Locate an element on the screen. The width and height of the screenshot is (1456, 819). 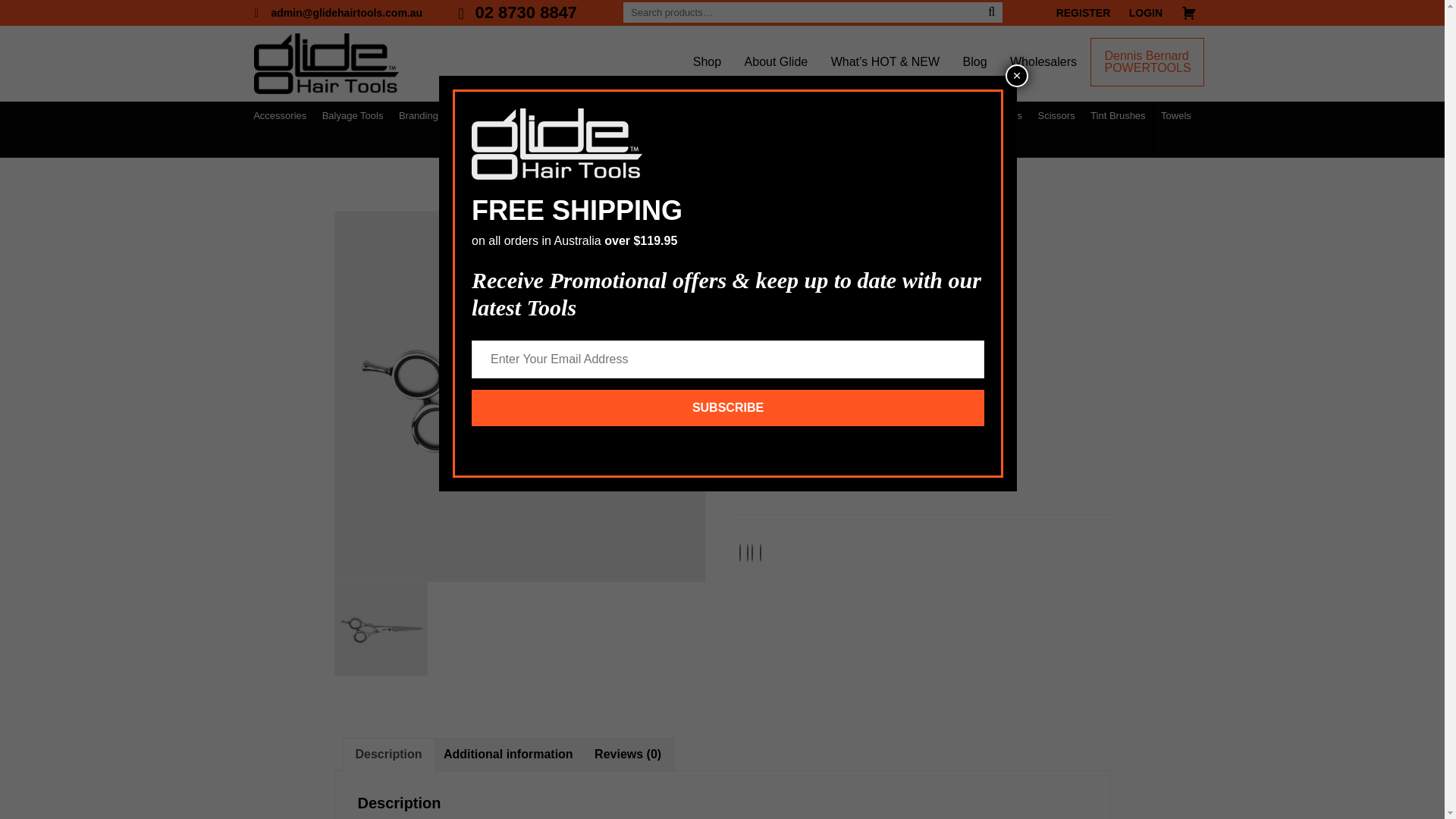
'Skip to primary navigation' is located at coordinates (0, 0).